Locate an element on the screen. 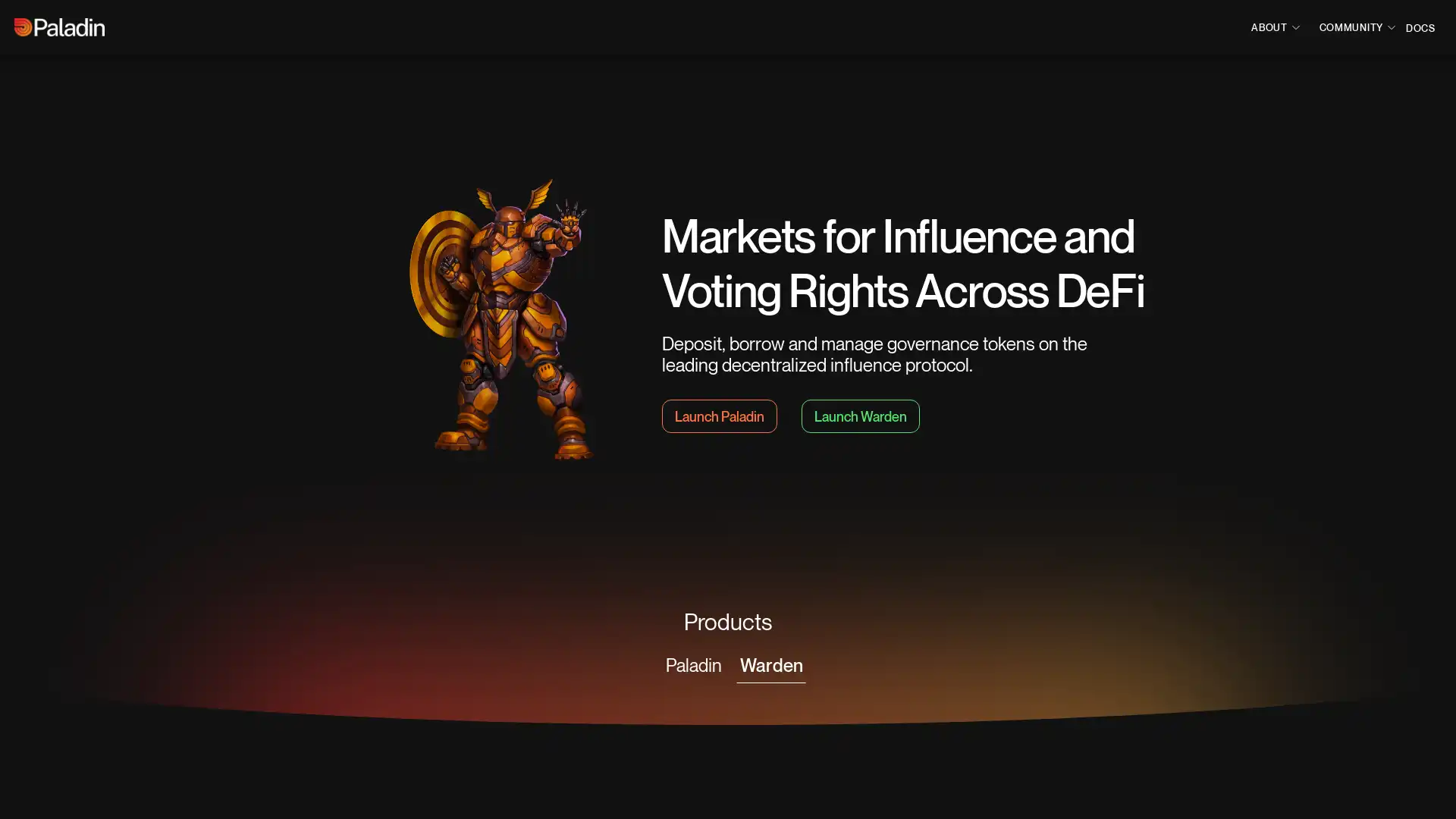 The width and height of the screenshot is (1456, 819). Launch Warden is located at coordinates (859, 415).